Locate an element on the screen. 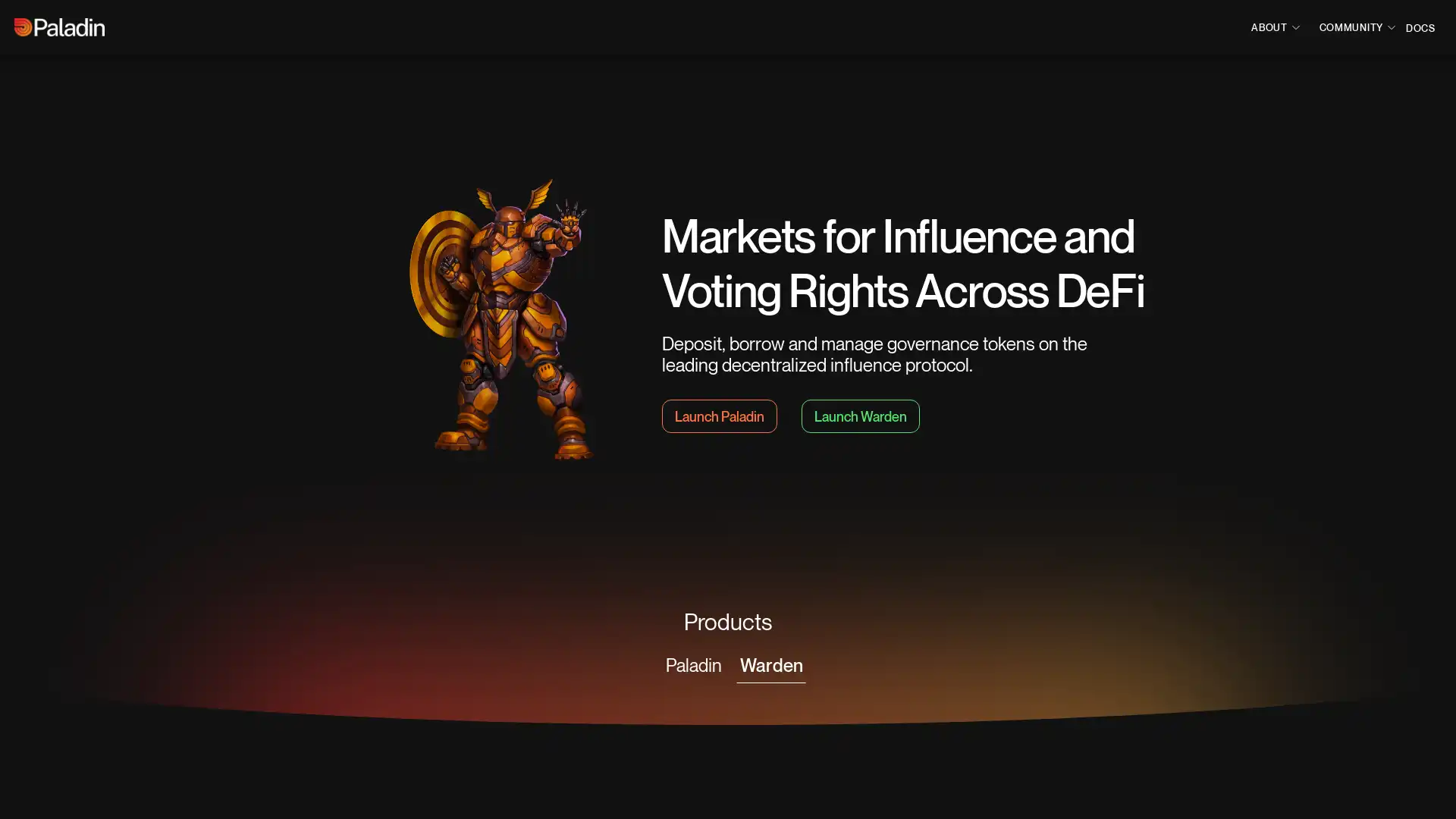 The width and height of the screenshot is (1456, 819). Launch Warden is located at coordinates (859, 415).